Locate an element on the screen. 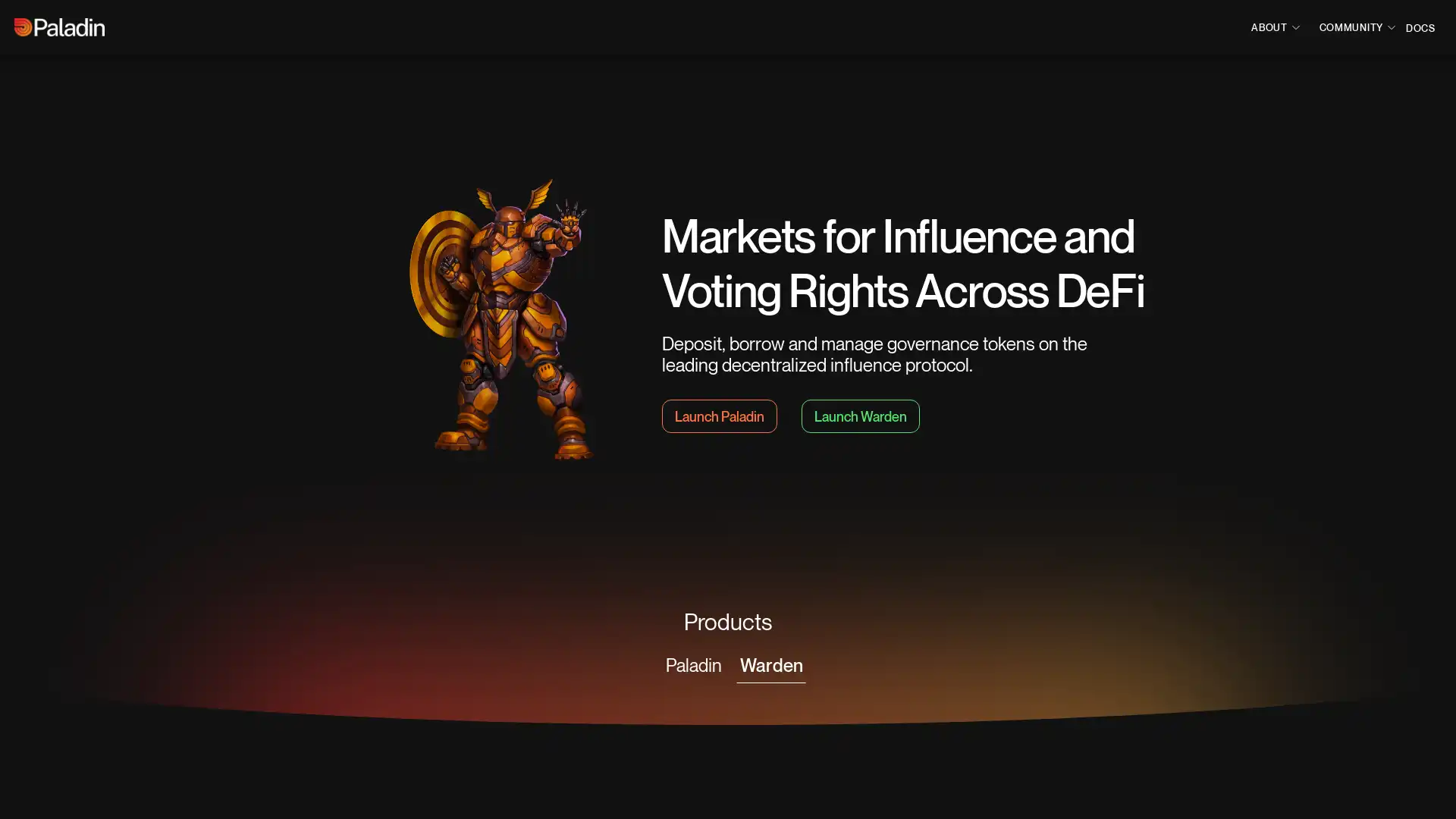 The width and height of the screenshot is (1456, 819). Launch Warden is located at coordinates (859, 415).